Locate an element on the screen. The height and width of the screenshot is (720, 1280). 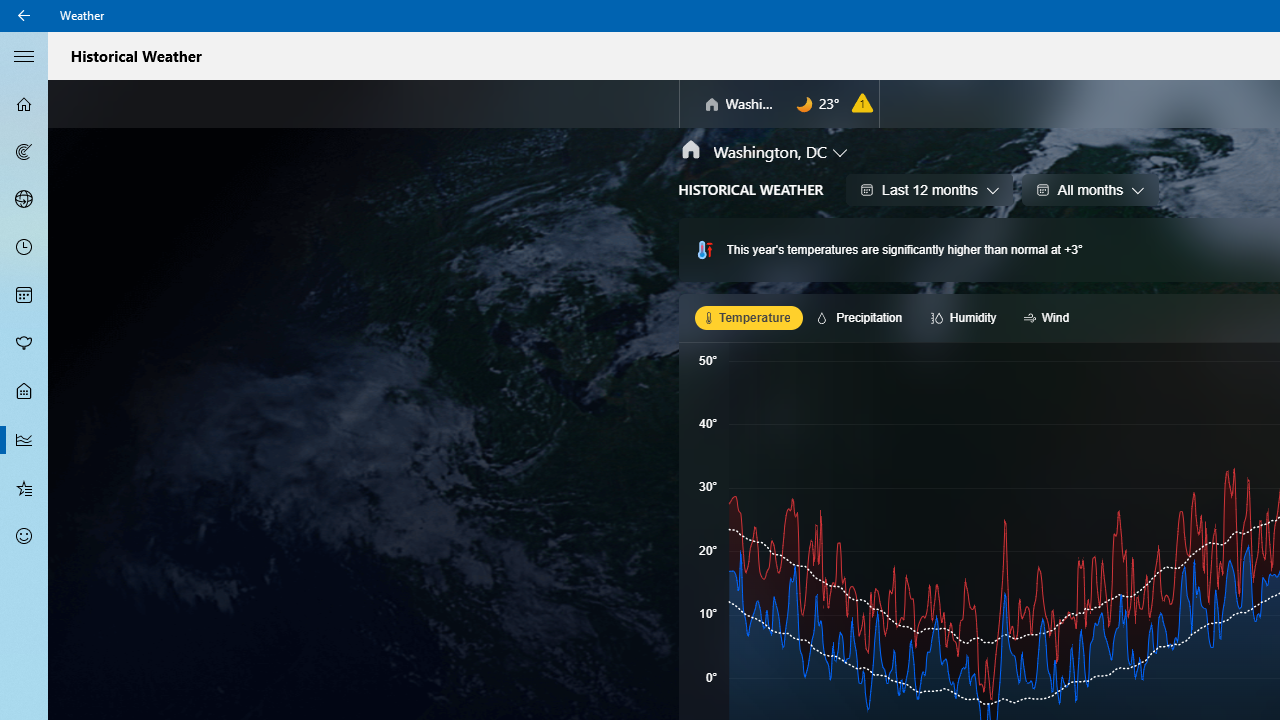
'Forecast - Not Selected' is located at coordinates (24, 104).